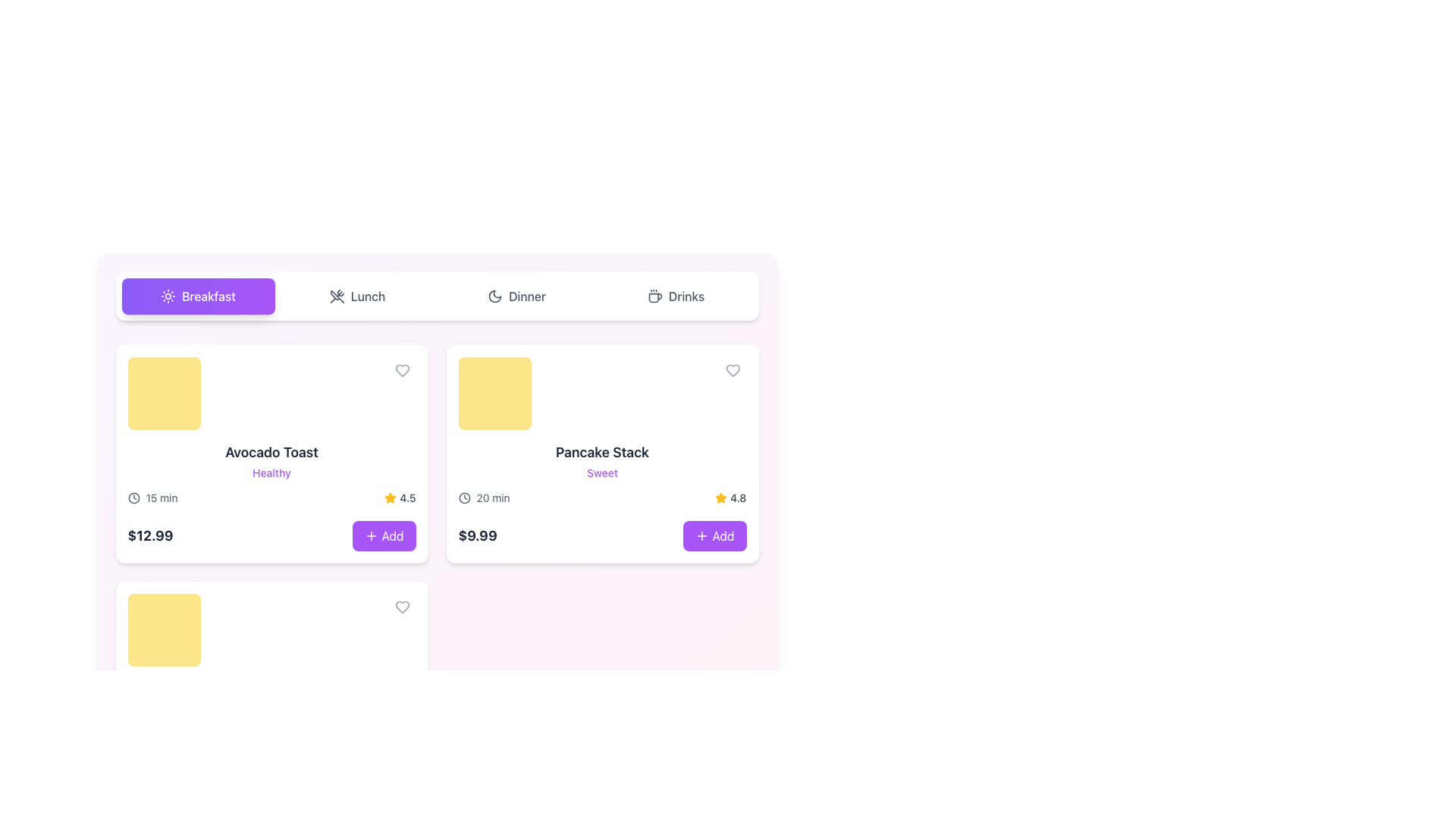 The image size is (1456, 819). What do you see at coordinates (400, 497) in the screenshot?
I see `the Rating display located at the bottom-right corner of the 'Avocado Toast' card, adjacent to the 'Add' button beneath the text 'Healthy'` at bounding box center [400, 497].